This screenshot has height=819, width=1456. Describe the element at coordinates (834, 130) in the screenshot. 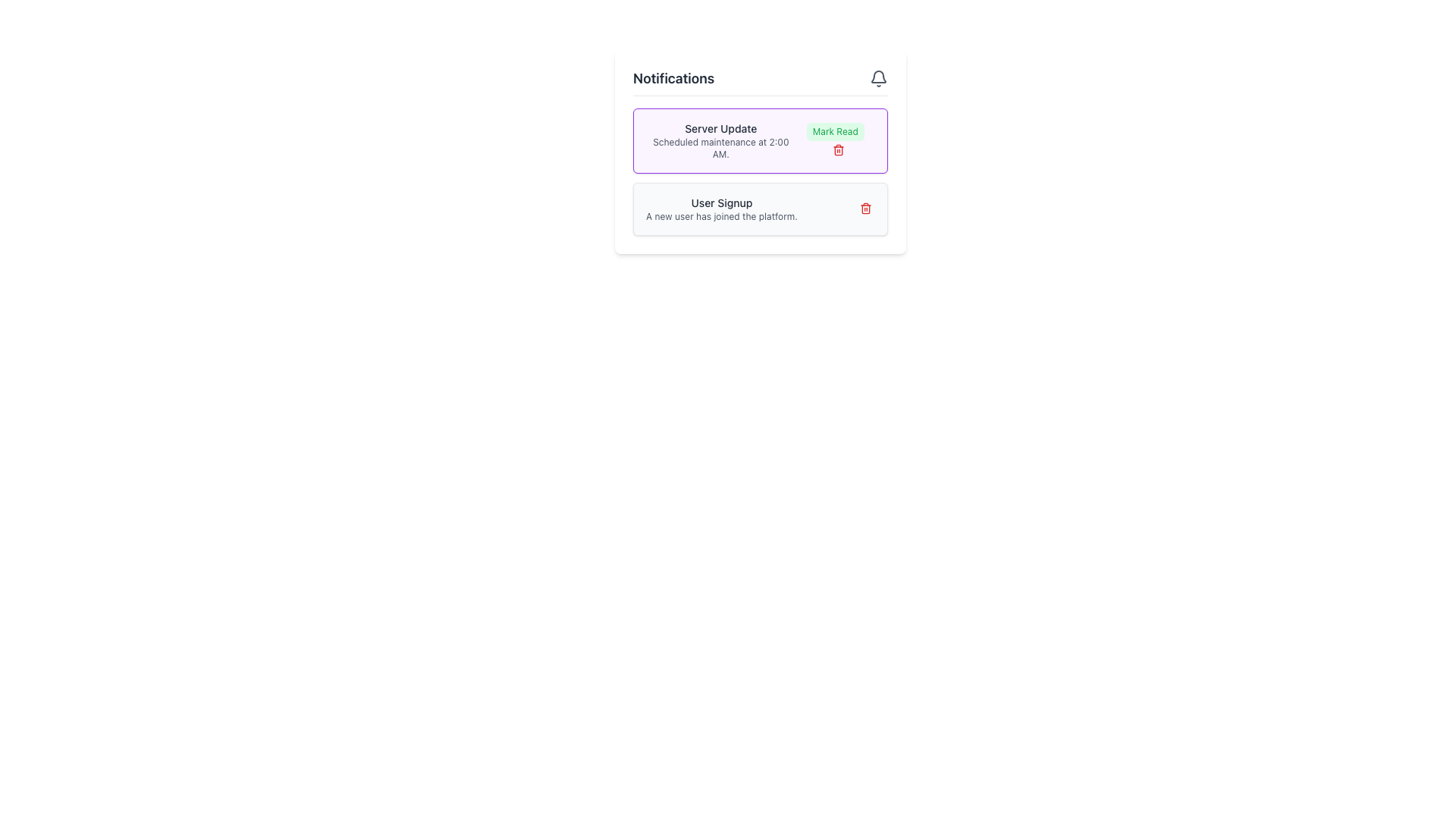

I see `the 'Mark Read' button with green text on a light green background located in the 'Server Update' notification card` at that location.